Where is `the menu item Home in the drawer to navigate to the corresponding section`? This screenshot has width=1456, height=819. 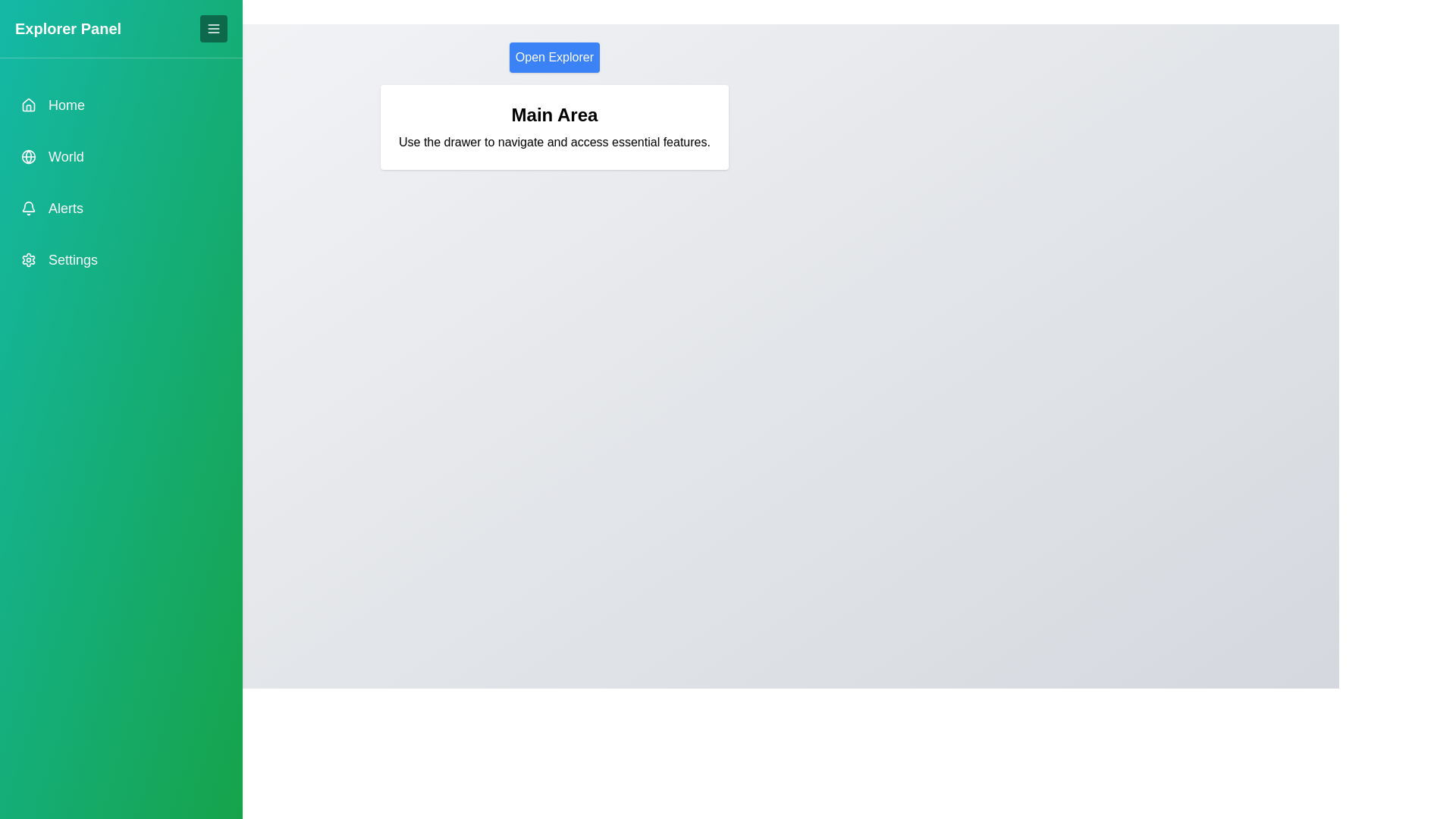
the menu item Home in the drawer to navigate to the corresponding section is located at coordinates (120, 104).